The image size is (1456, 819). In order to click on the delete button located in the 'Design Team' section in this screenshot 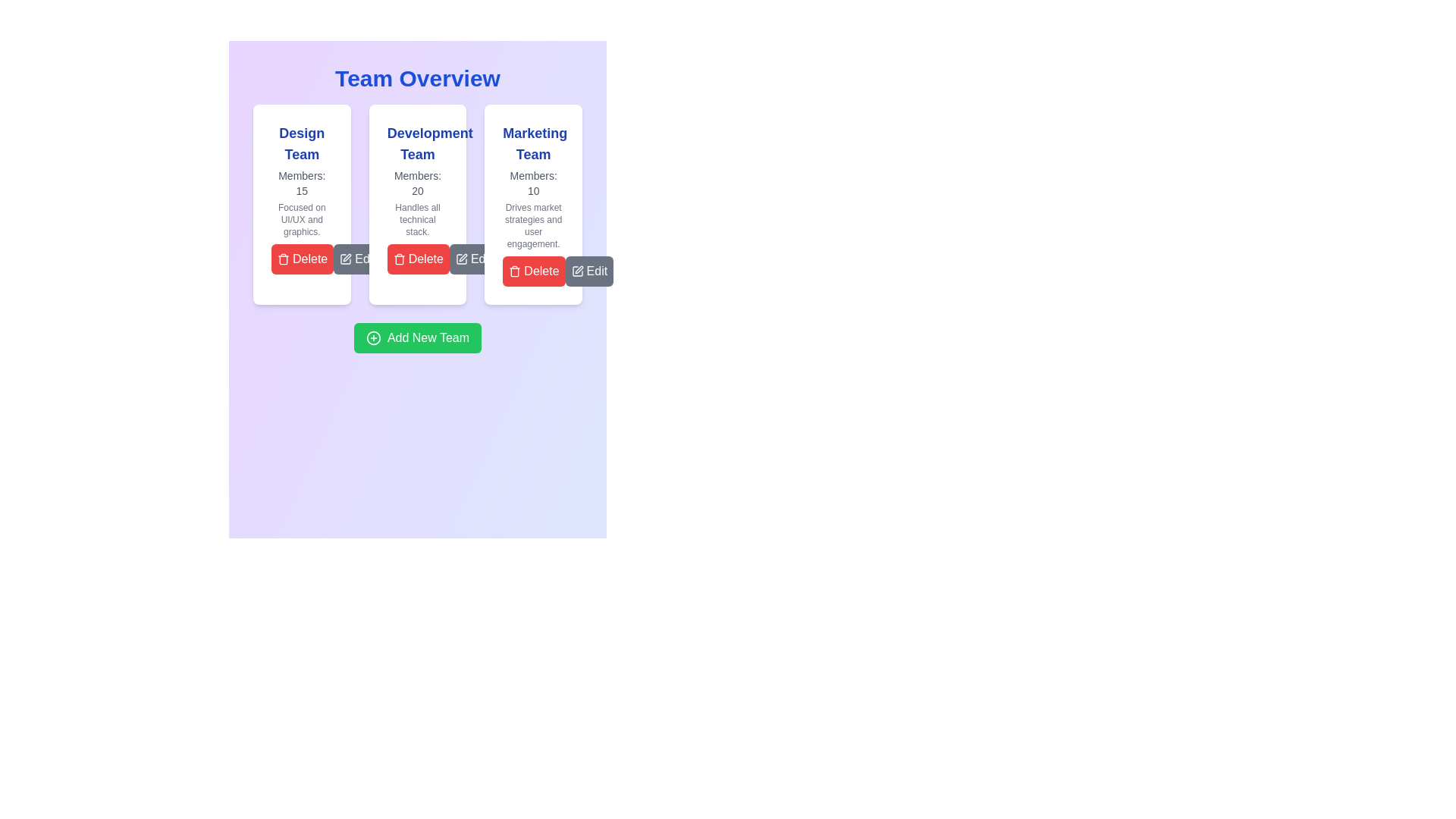, I will do `click(303, 259)`.